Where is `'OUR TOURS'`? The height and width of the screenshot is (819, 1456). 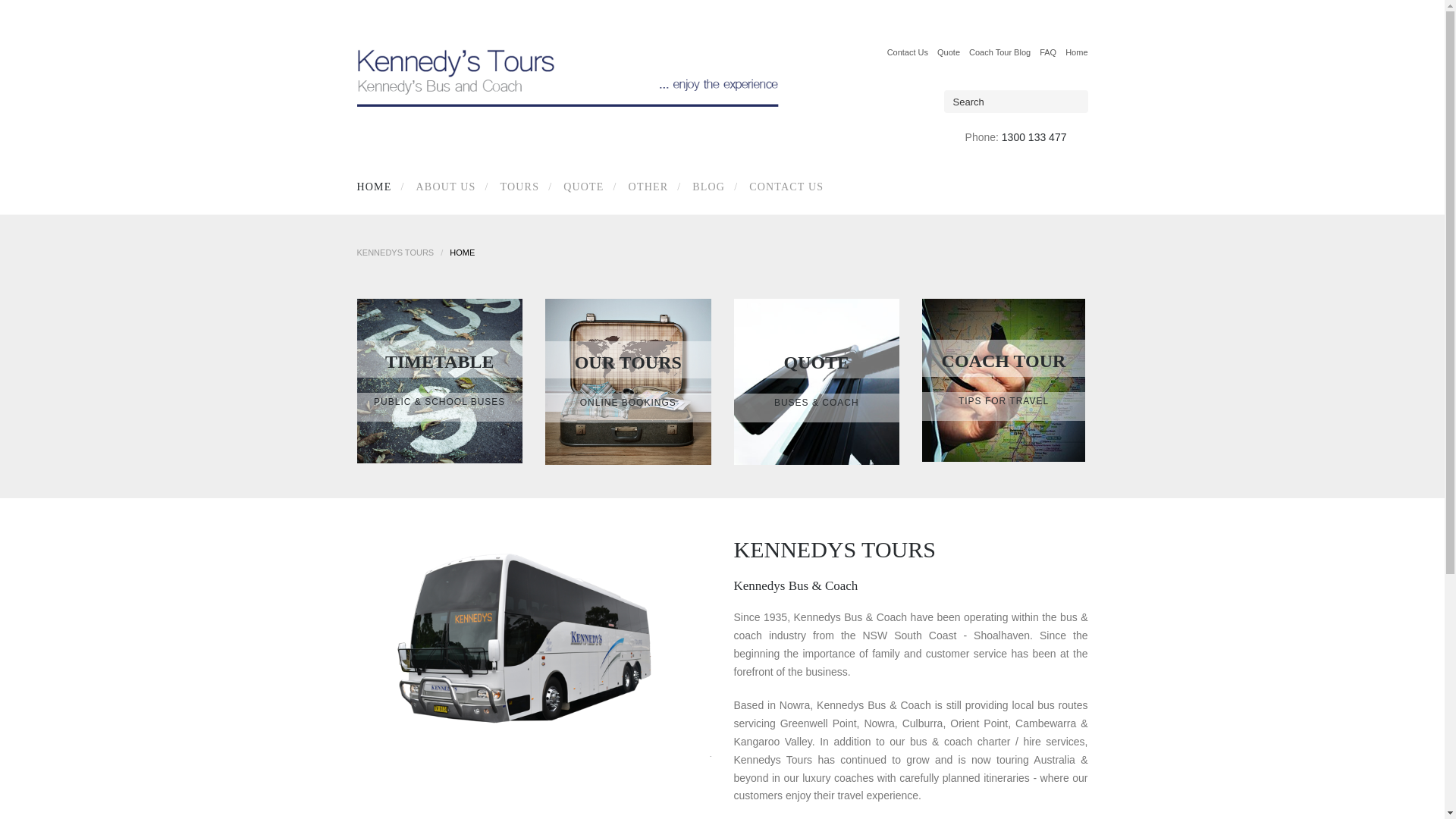 'OUR TOURS' is located at coordinates (628, 362).